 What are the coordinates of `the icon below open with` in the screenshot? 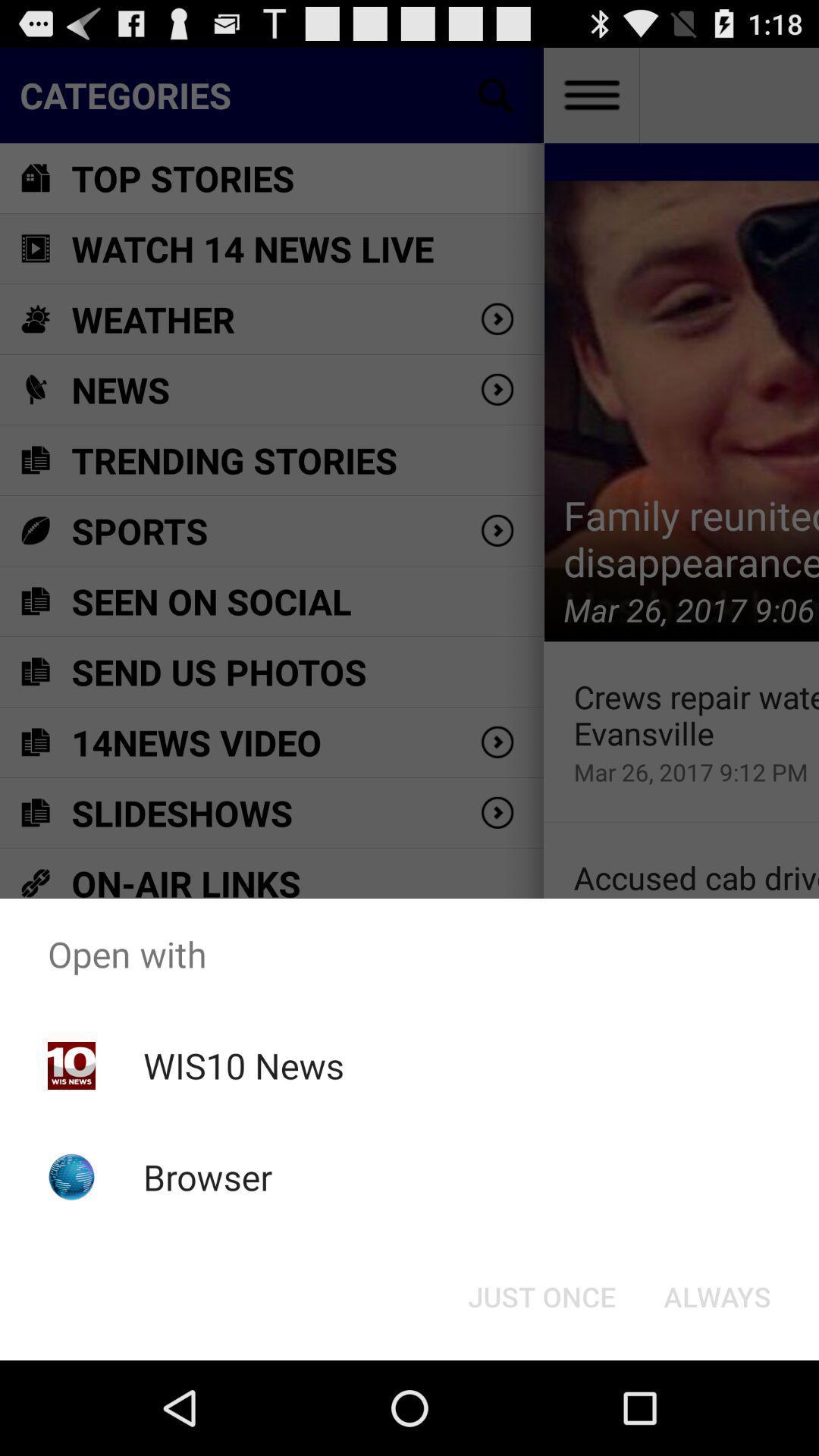 It's located at (243, 1065).